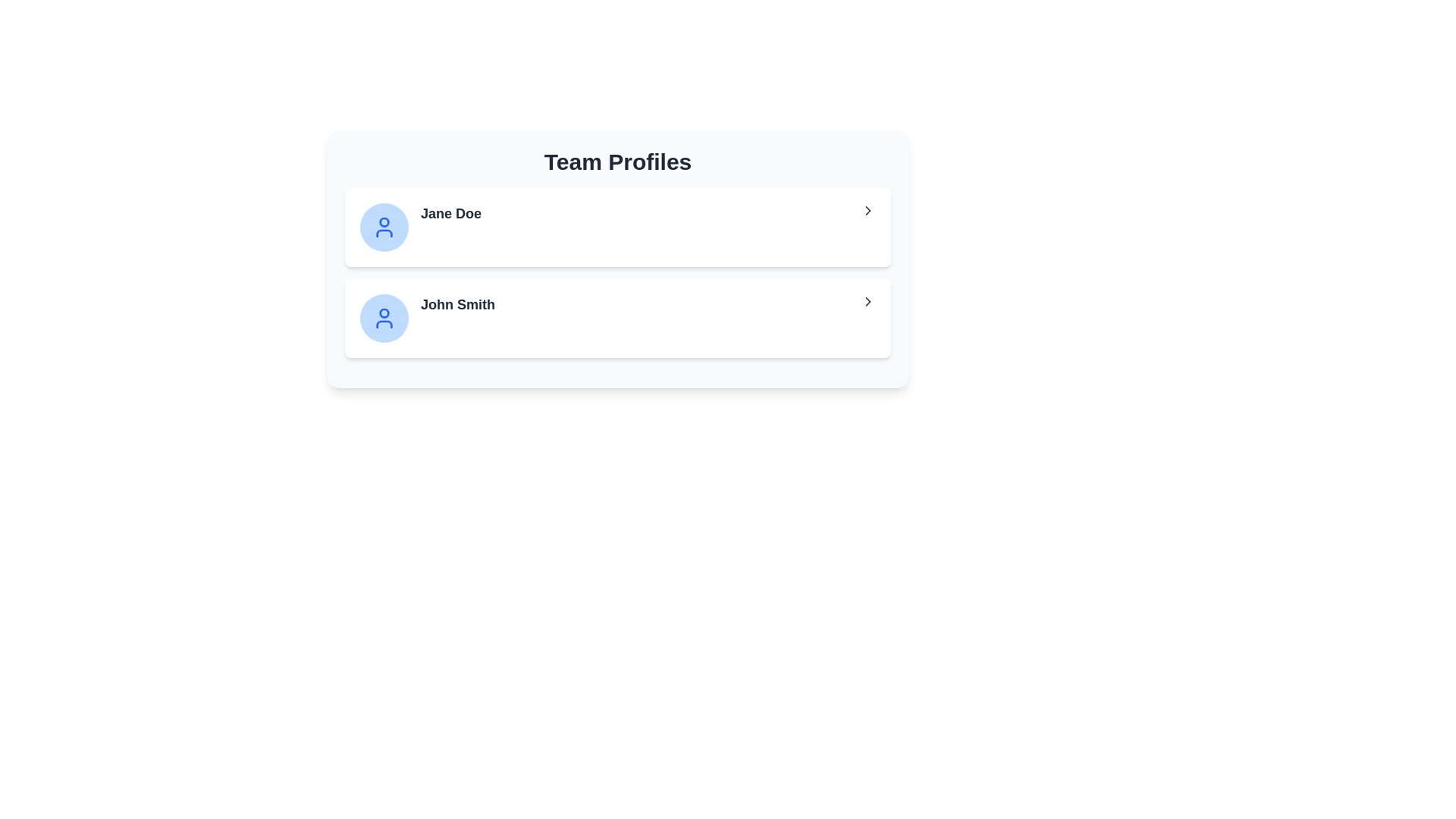 This screenshot has width=1456, height=819. Describe the element at coordinates (384, 318) in the screenshot. I see `the User Avatar representing 'John Smith', located in the second row of the card layout, to the left of his name` at that location.